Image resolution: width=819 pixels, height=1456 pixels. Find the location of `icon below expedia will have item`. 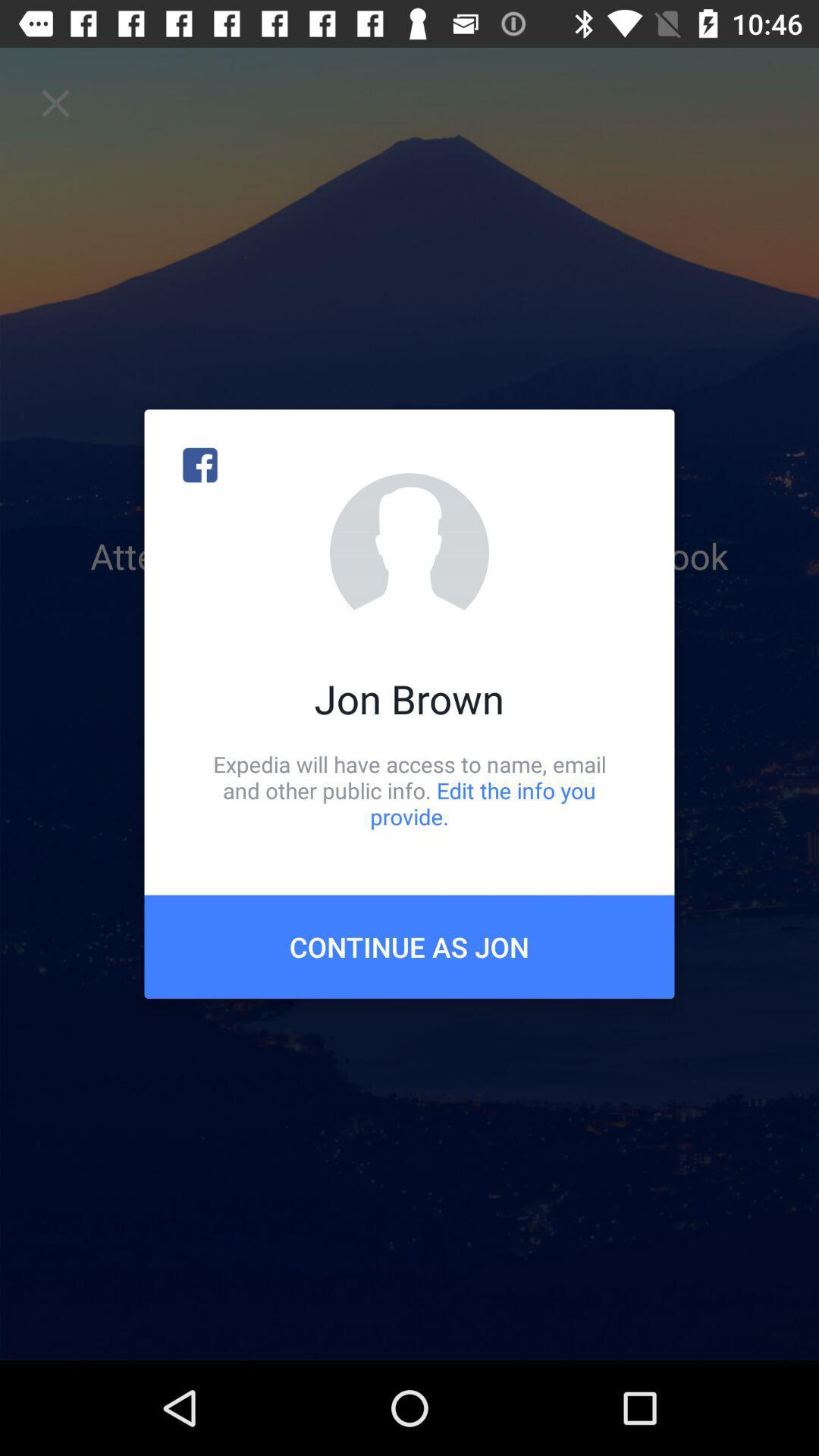

icon below expedia will have item is located at coordinates (409, 946).